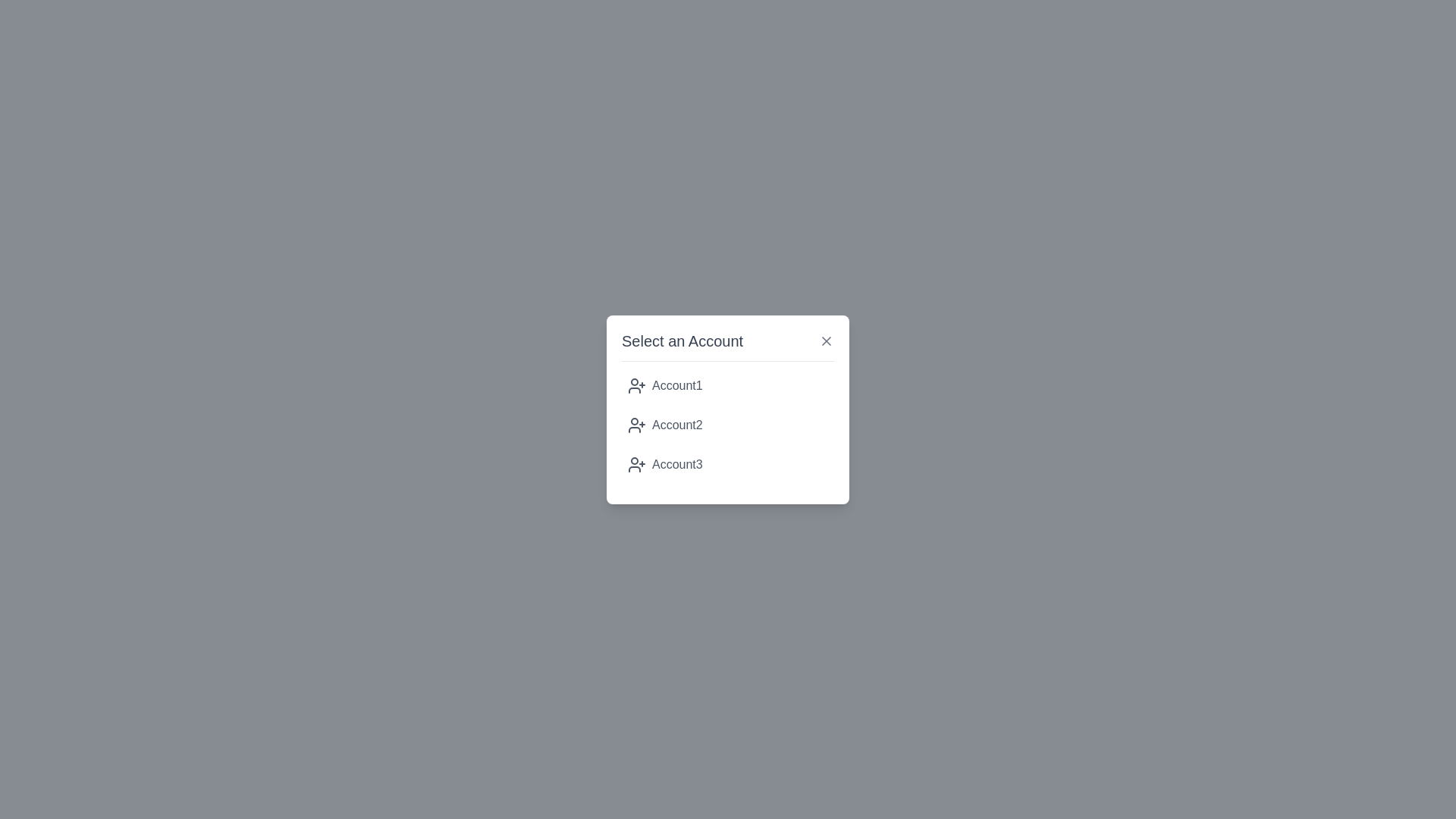  I want to click on the list item corresponding to Account1 to observe the hover effect, so click(728, 384).